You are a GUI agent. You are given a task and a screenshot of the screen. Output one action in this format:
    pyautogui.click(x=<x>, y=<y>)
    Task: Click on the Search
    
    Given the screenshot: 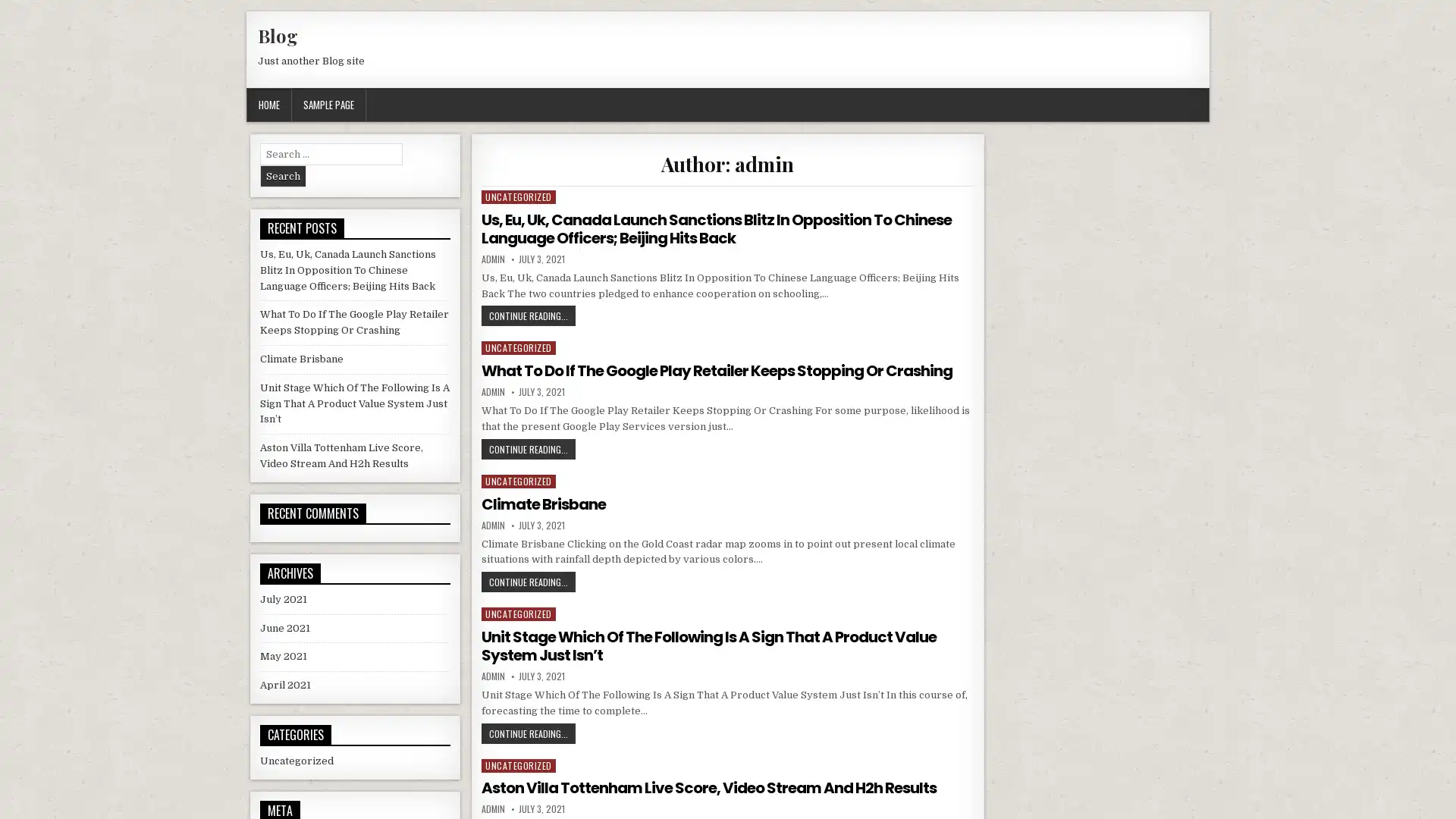 What is the action you would take?
    pyautogui.click(x=283, y=175)
    